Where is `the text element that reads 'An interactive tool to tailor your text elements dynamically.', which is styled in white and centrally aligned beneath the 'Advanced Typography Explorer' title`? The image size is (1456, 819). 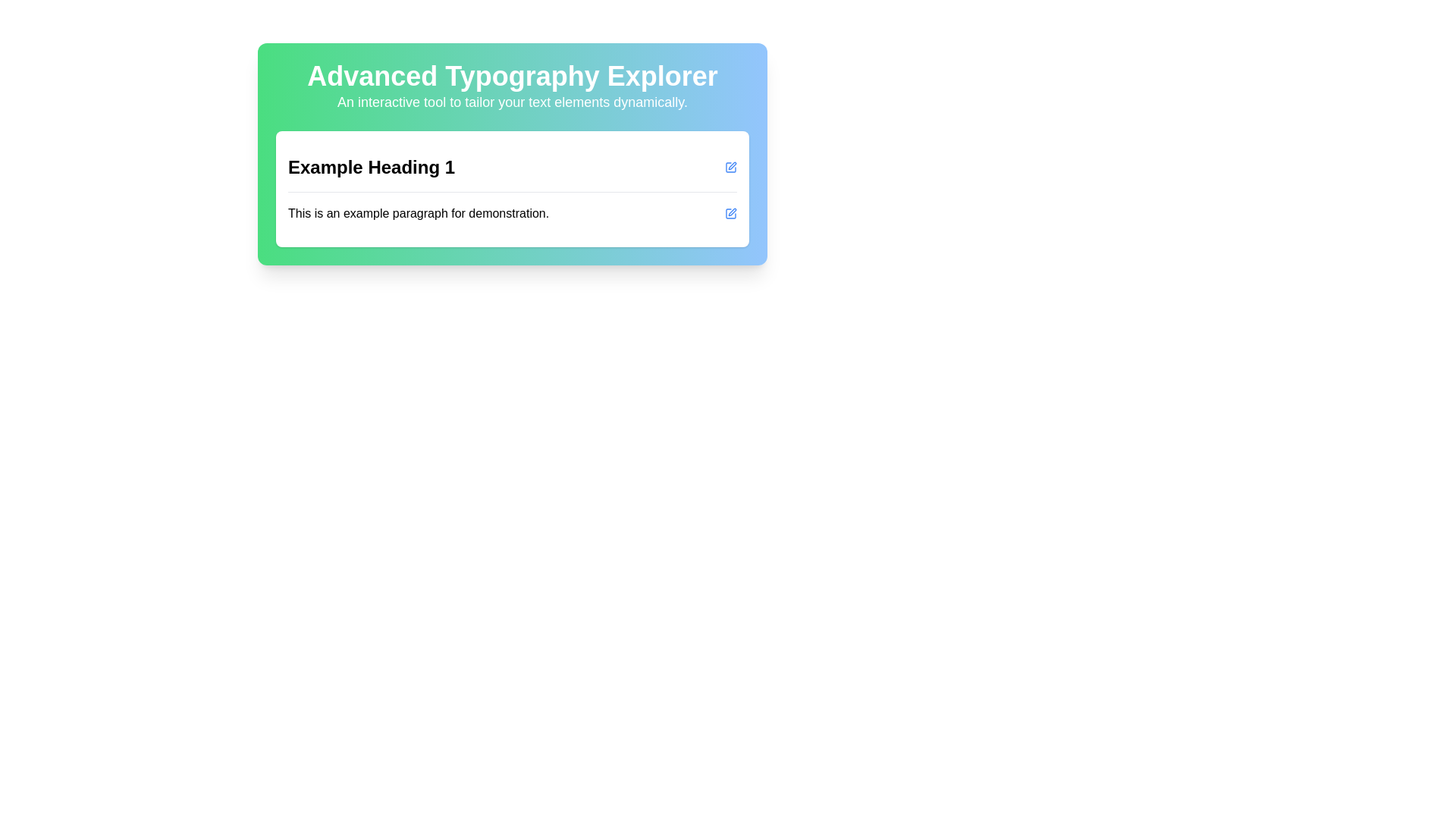
the text element that reads 'An interactive tool to tailor your text elements dynamically.', which is styled in white and centrally aligned beneath the 'Advanced Typography Explorer' title is located at coordinates (513, 102).